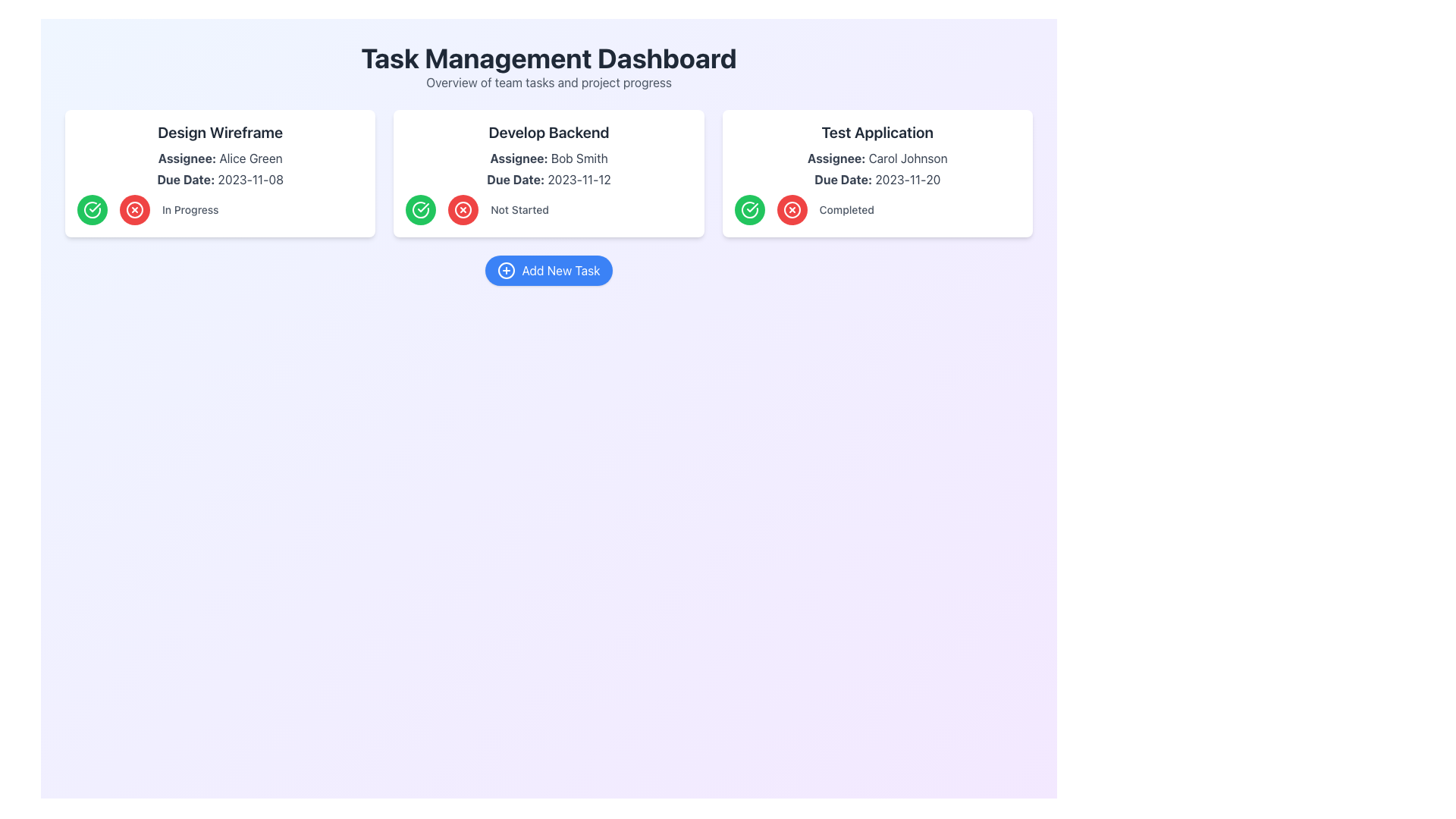 This screenshot has height=819, width=1456. What do you see at coordinates (219, 178) in the screenshot?
I see `text label displaying the due date 'Due Date: 2023-11-08' which is located within the 'Design Wireframe' card, positioned beneath 'Assignee: Alice Green'` at bounding box center [219, 178].